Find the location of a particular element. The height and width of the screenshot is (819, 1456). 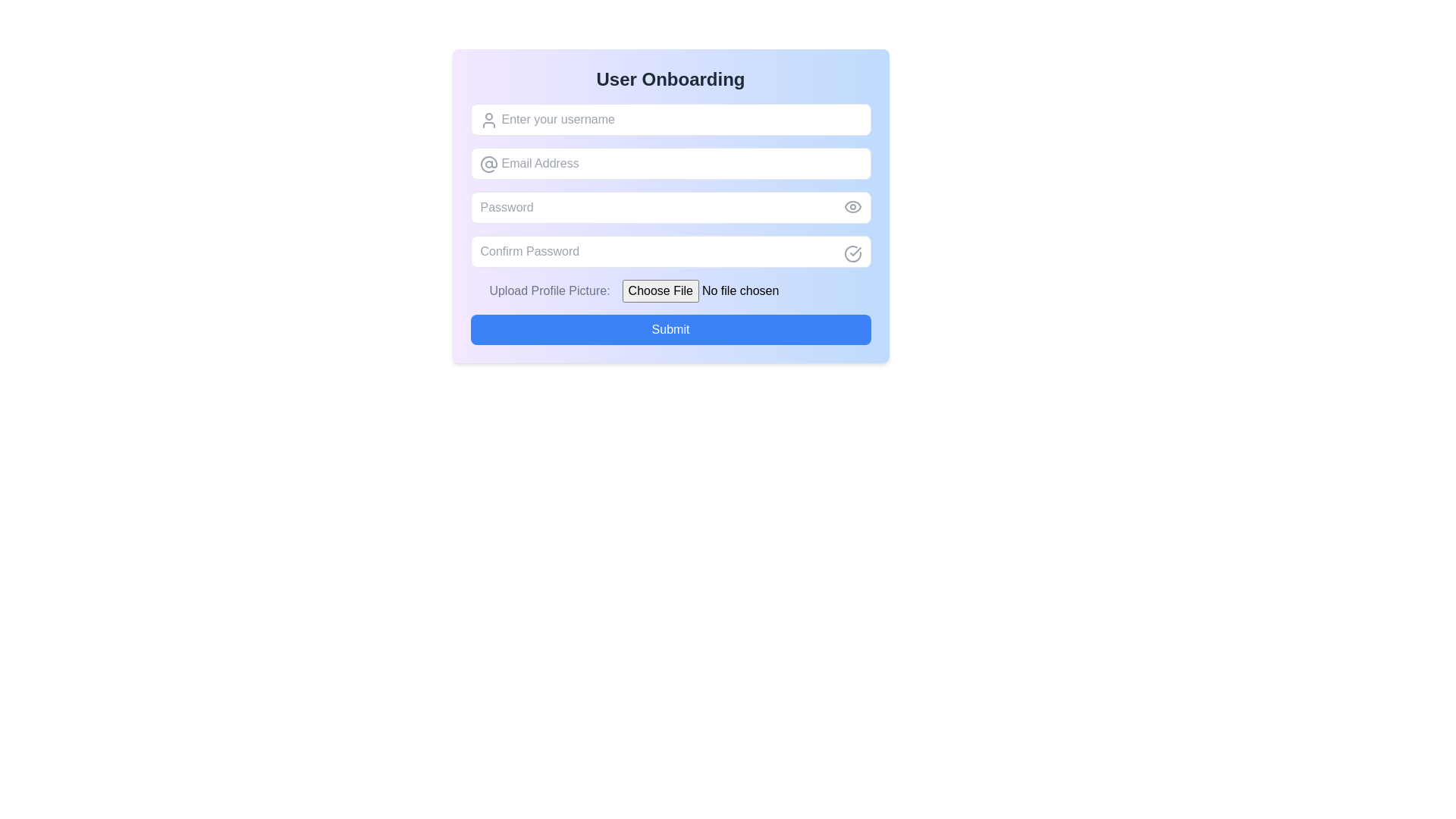

the fields of the user onboarding form is located at coordinates (670, 224).